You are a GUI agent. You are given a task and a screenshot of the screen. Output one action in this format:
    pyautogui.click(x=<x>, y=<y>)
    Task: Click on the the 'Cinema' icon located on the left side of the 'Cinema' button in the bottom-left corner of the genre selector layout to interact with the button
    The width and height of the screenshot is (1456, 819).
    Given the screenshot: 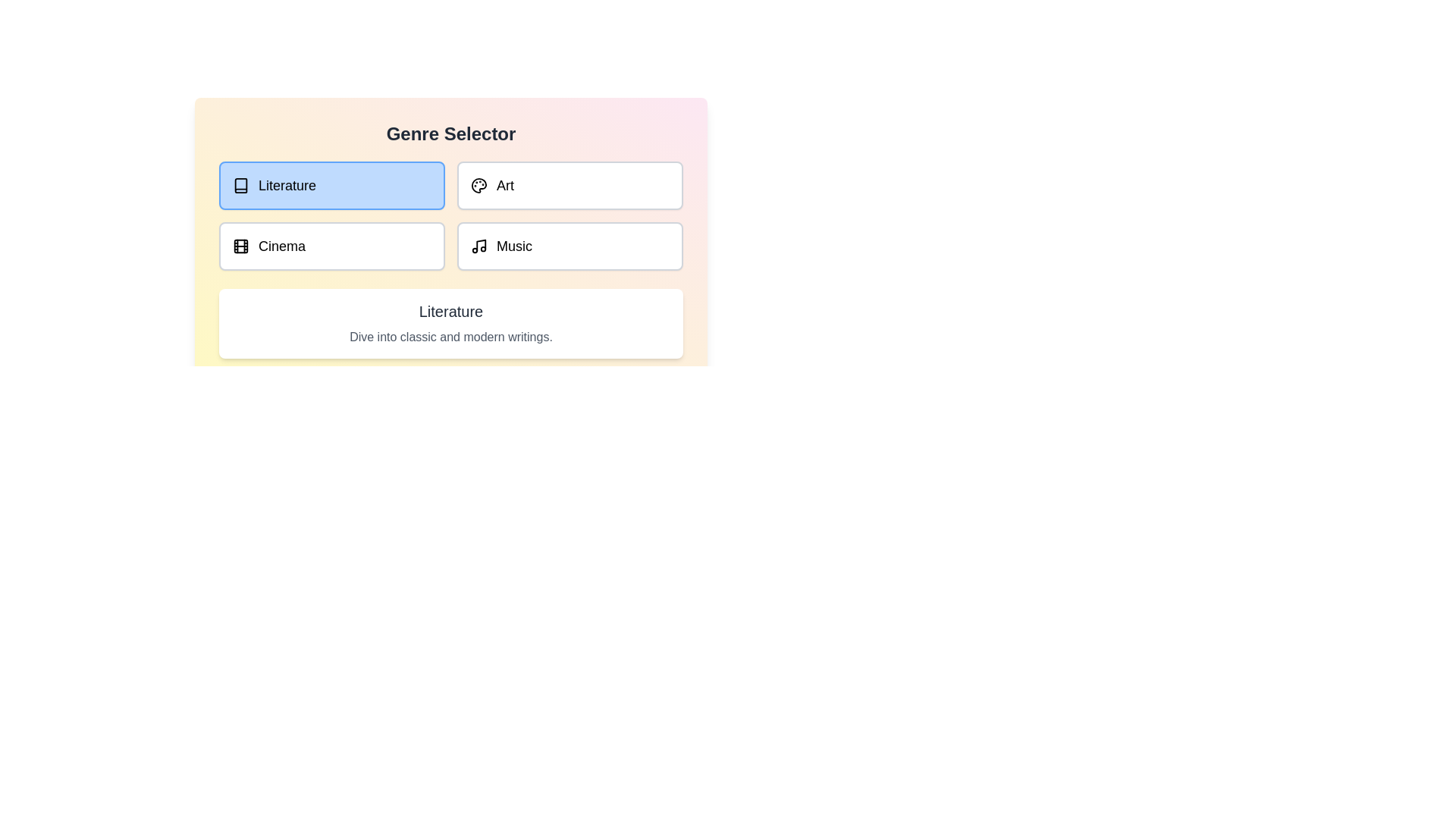 What is the action you would take?
    pyautogui.click(x=240, y=245)
    